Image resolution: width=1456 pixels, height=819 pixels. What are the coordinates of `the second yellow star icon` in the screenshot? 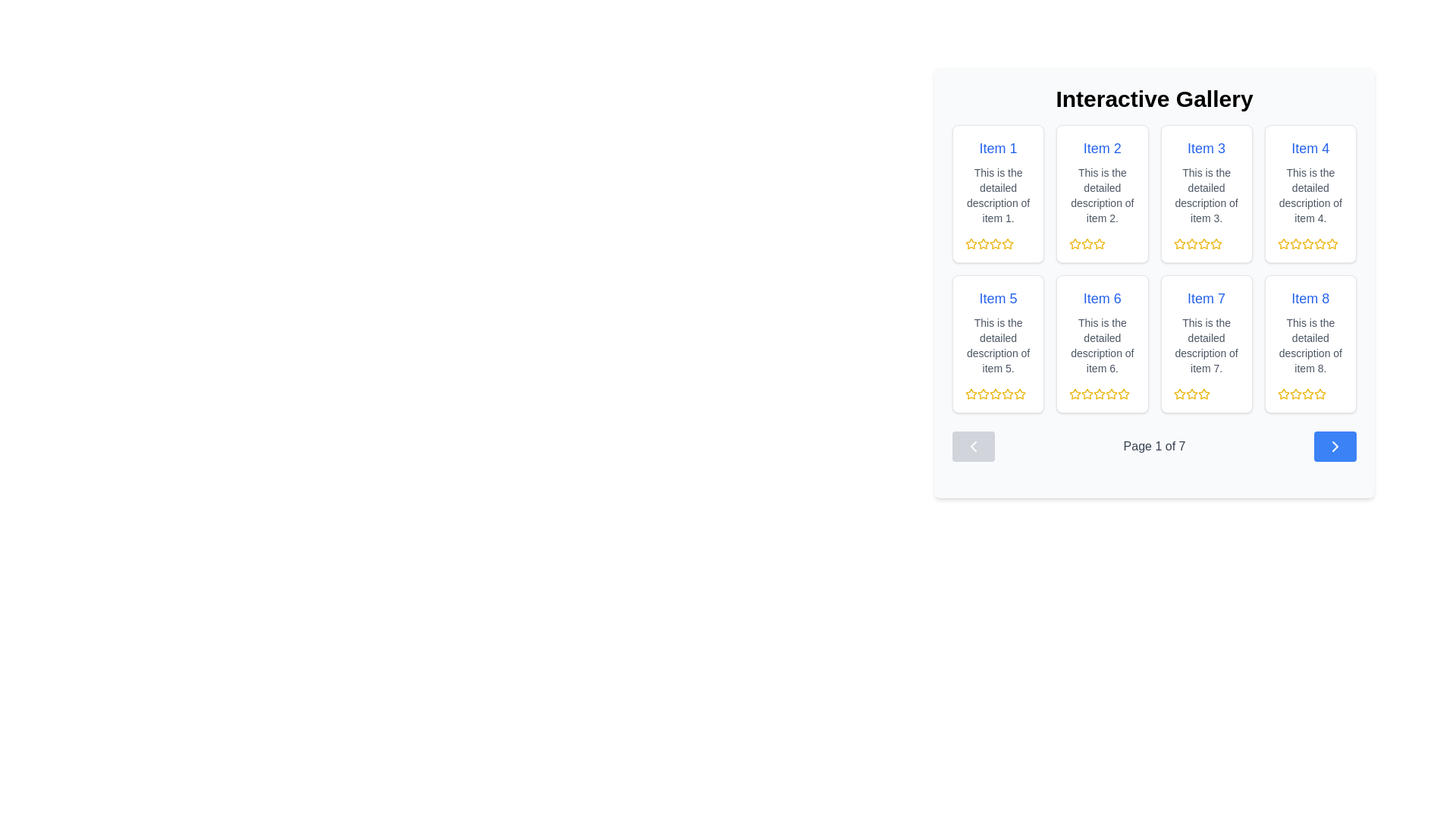 It's located at (1087, 242).